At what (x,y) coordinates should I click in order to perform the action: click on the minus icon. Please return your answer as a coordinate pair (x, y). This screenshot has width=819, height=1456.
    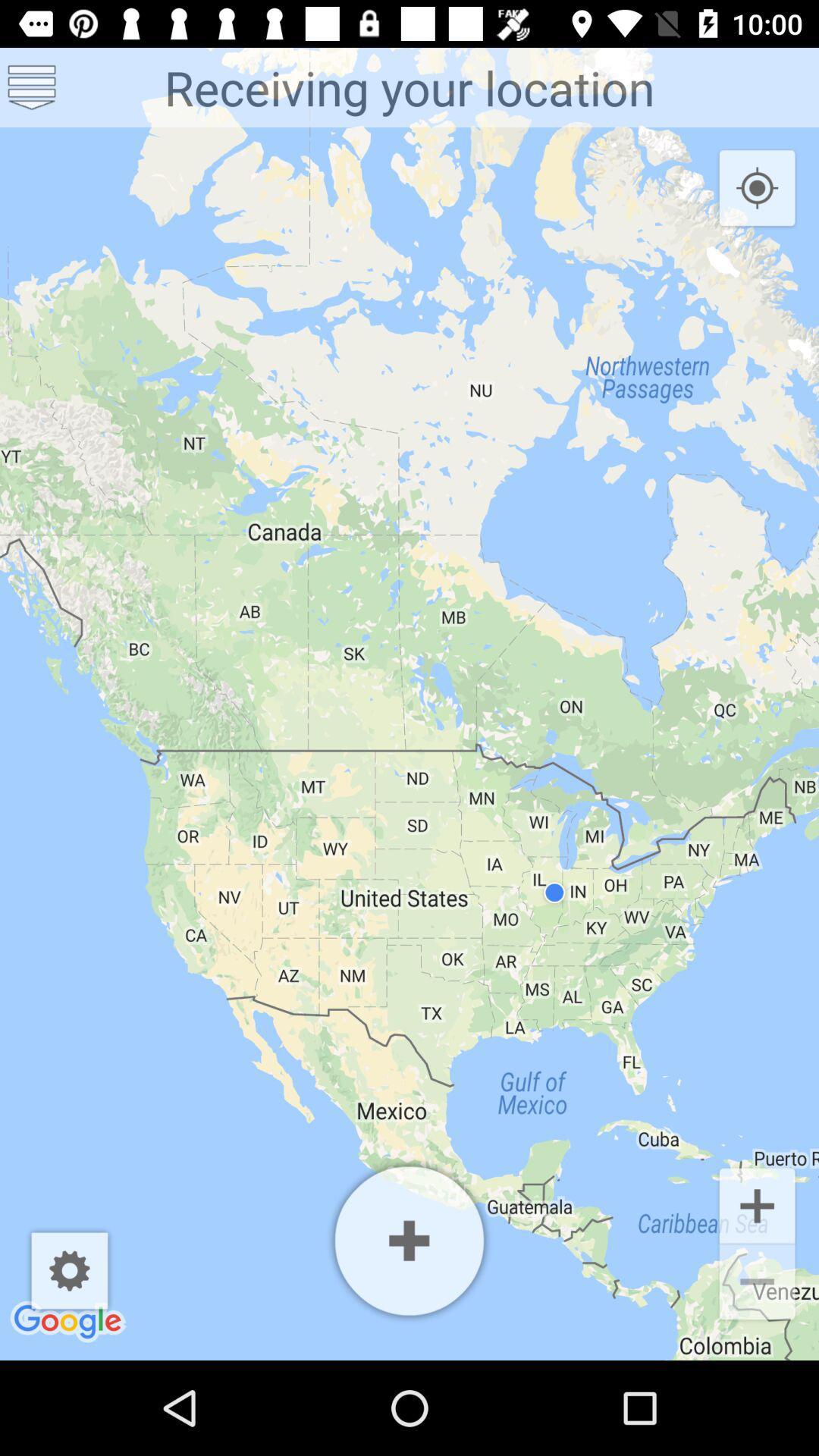
    Looking at the image, I should click on (757, 1283).